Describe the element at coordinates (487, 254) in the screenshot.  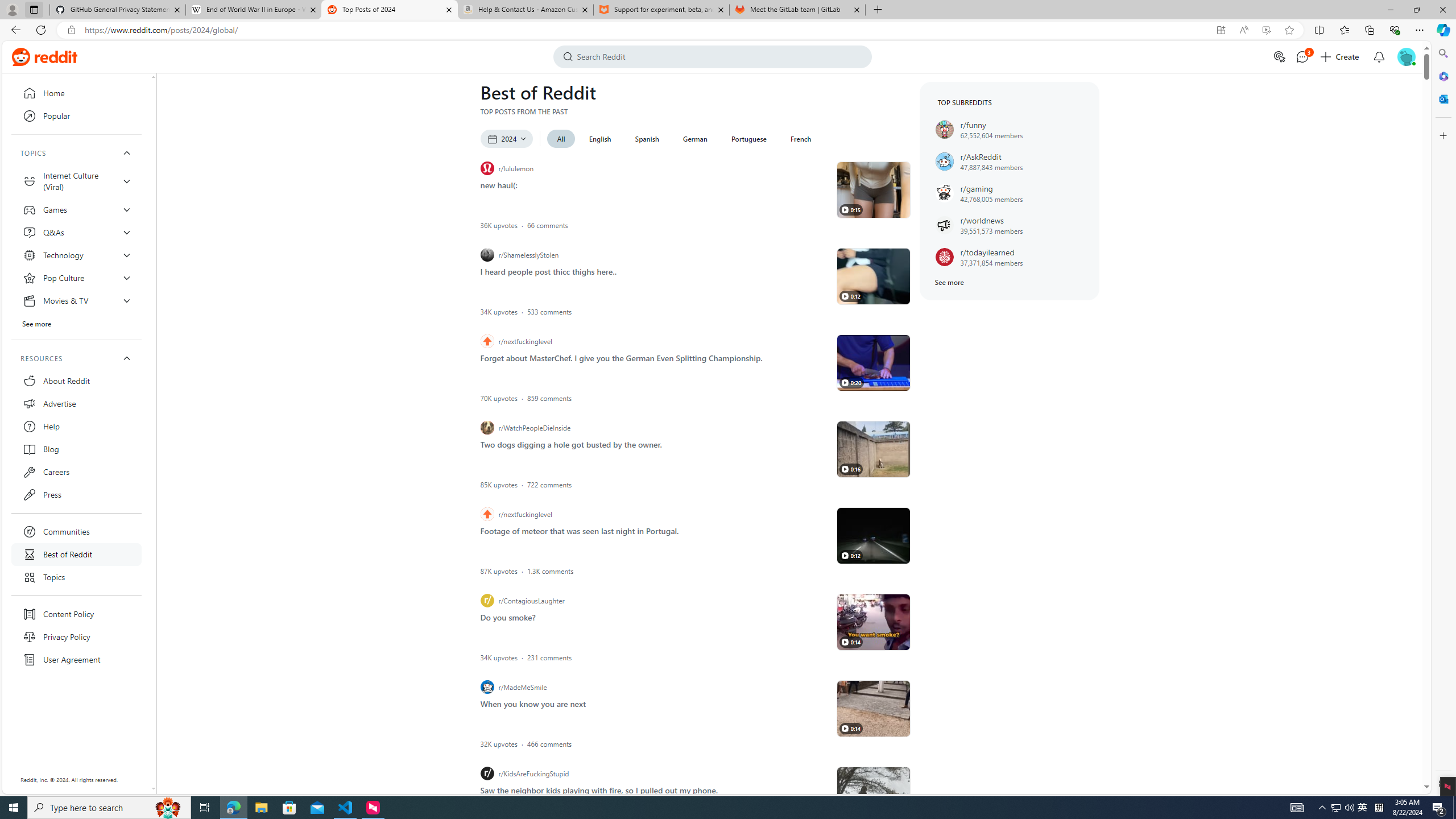
I see `'r/ShamelesslyStolen icon'` at that location.